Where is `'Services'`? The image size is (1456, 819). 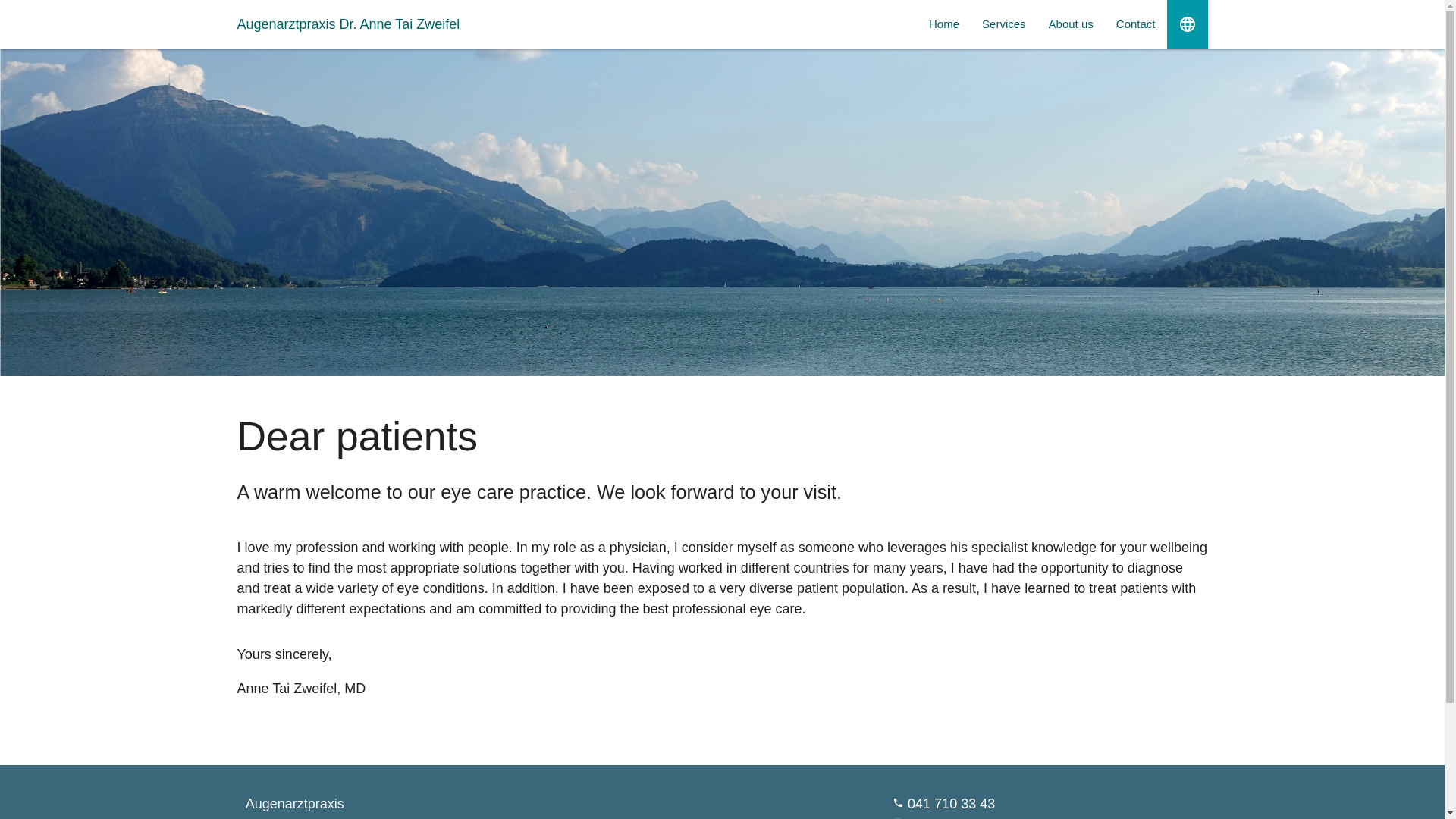
'Services' is located at coordinates (1004, 24).